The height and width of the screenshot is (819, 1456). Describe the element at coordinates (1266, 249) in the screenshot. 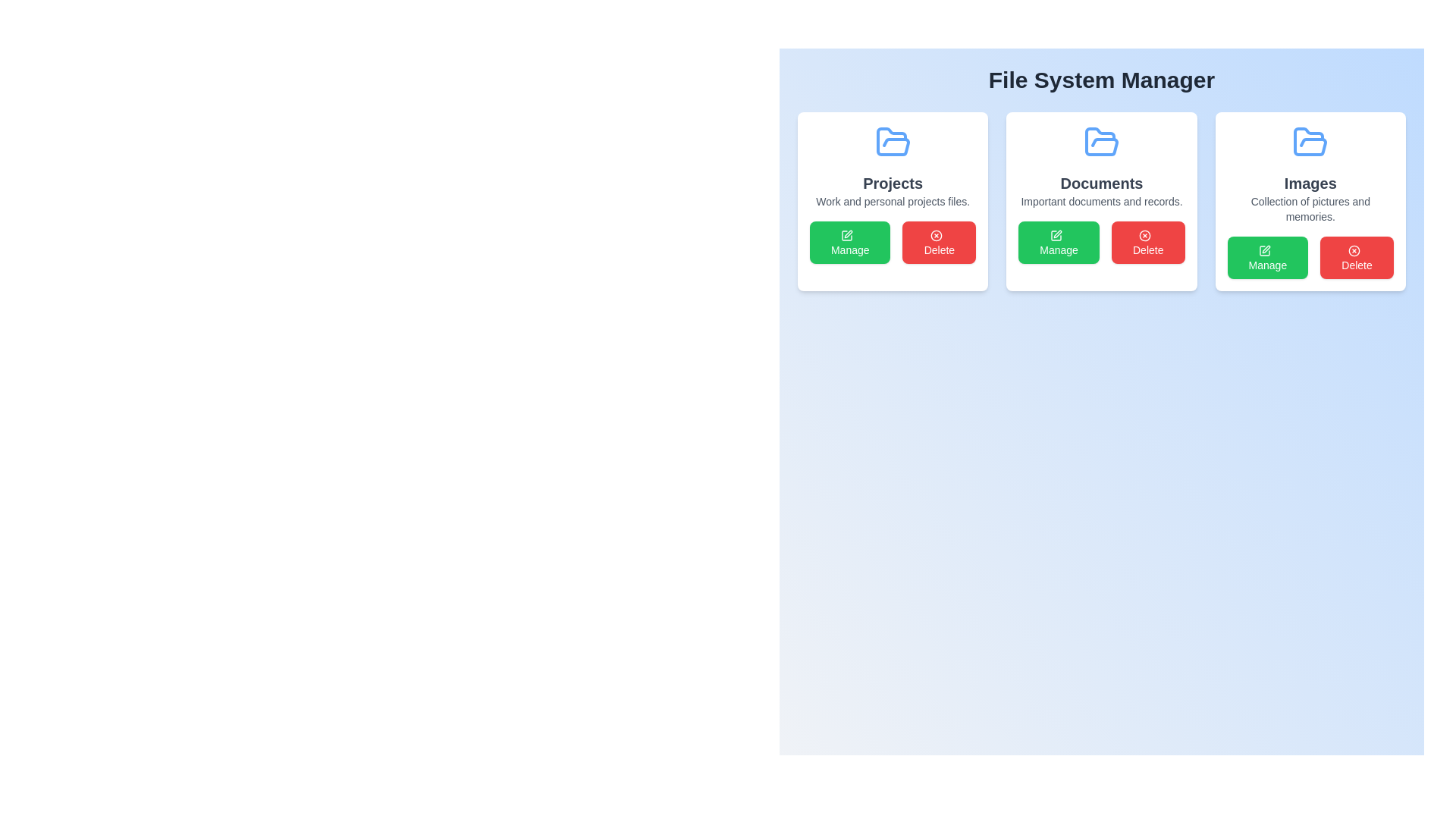

I see `the pen or pencil icon located within the green 'Manage' button in the 'Images' card, positioned to the left of the button text` at that location.